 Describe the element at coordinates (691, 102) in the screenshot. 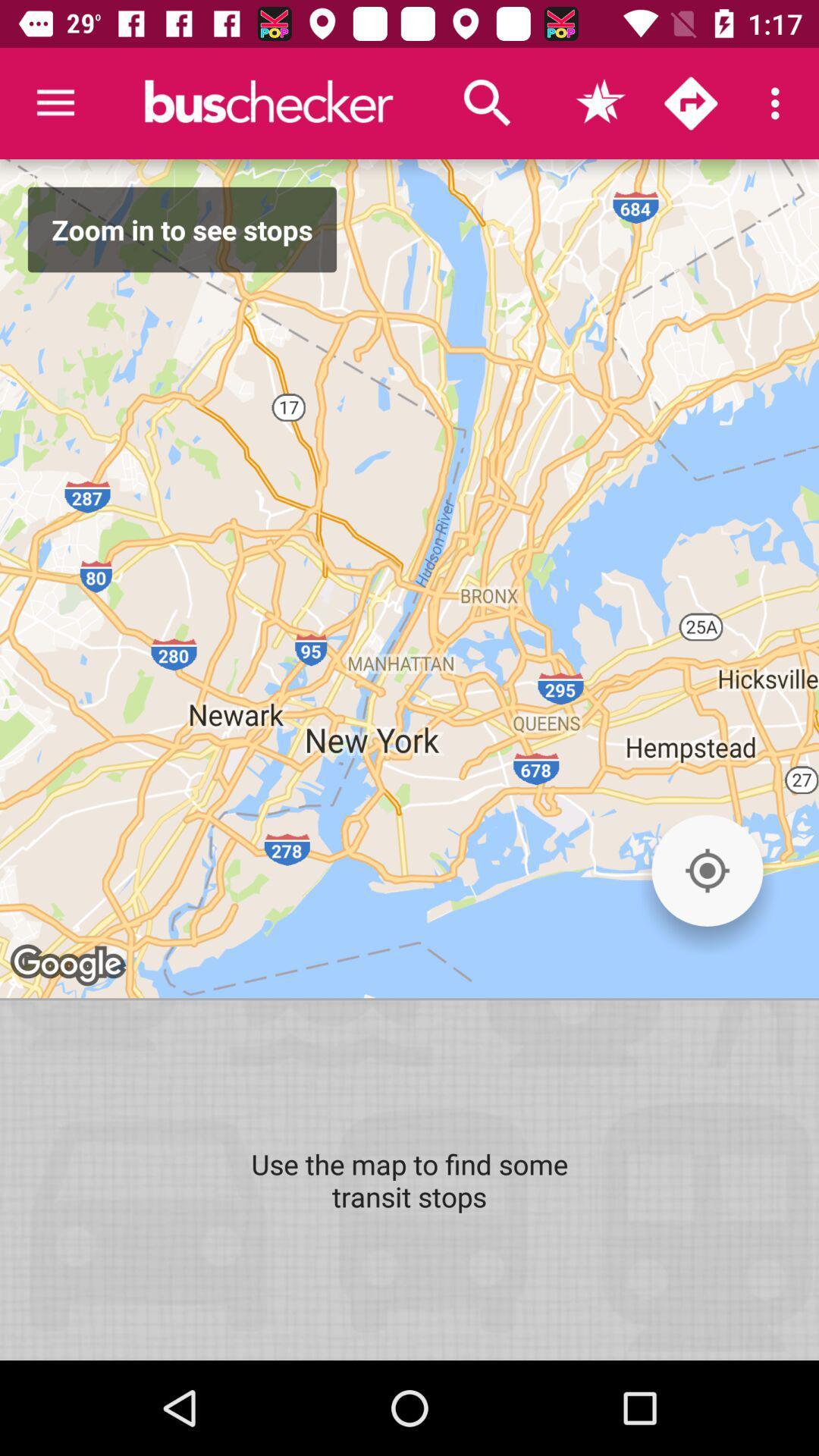

I see `get directions` at that location.